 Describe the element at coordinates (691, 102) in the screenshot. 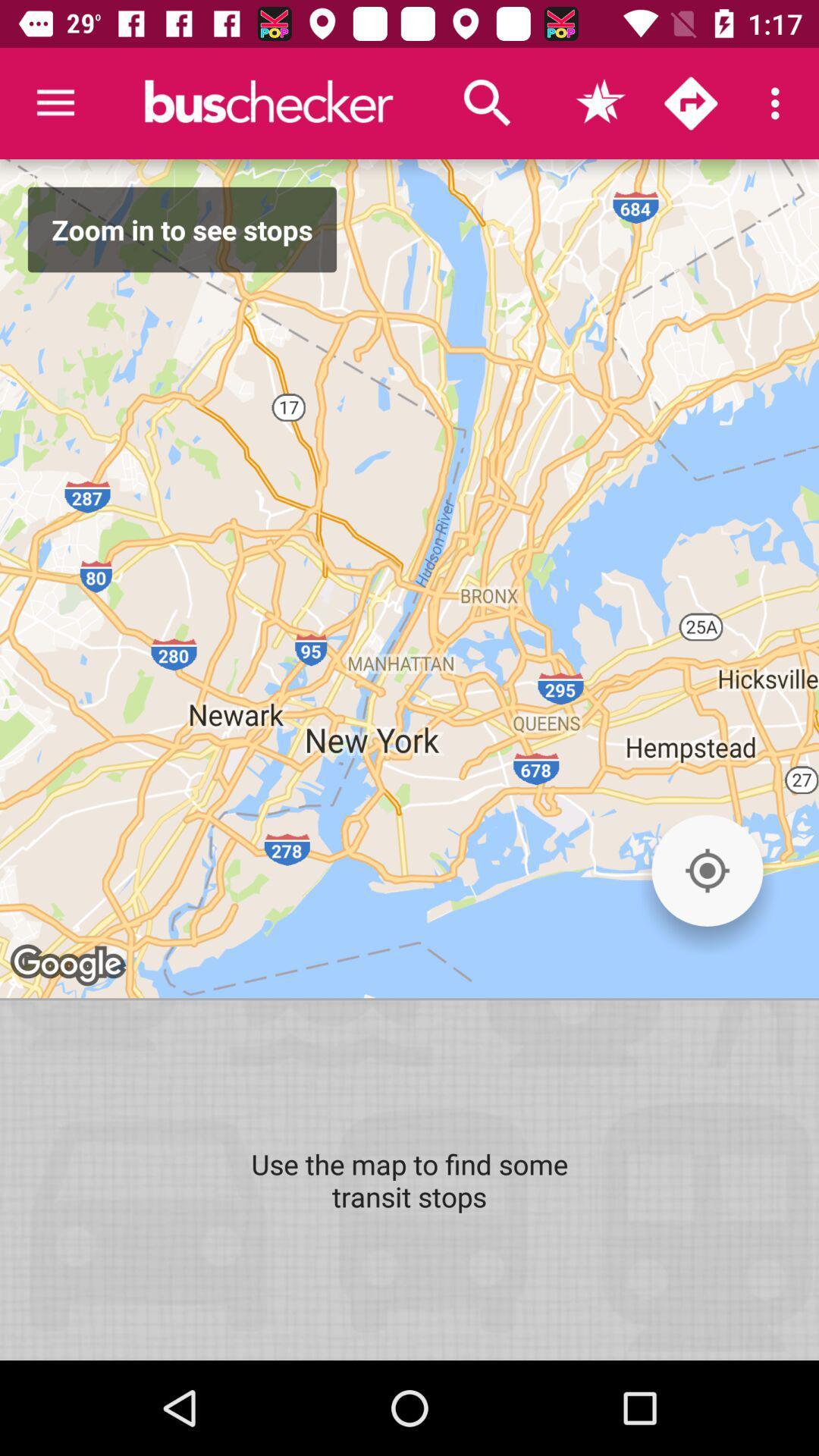

I see `get directions` at that location.